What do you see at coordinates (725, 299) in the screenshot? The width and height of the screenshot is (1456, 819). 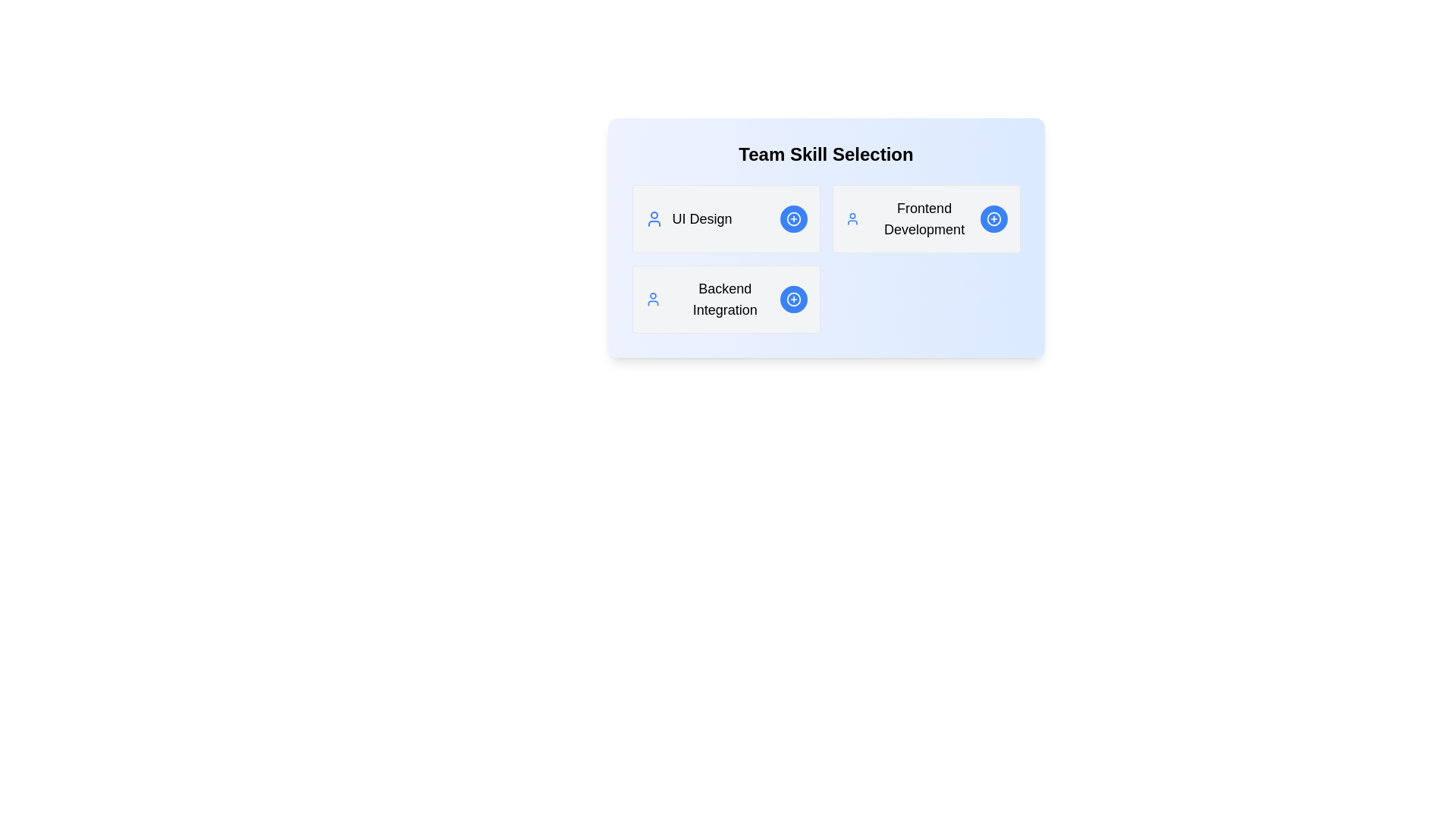 I see `the details of the skill Backend Integration` at bounding box center [725, 299].